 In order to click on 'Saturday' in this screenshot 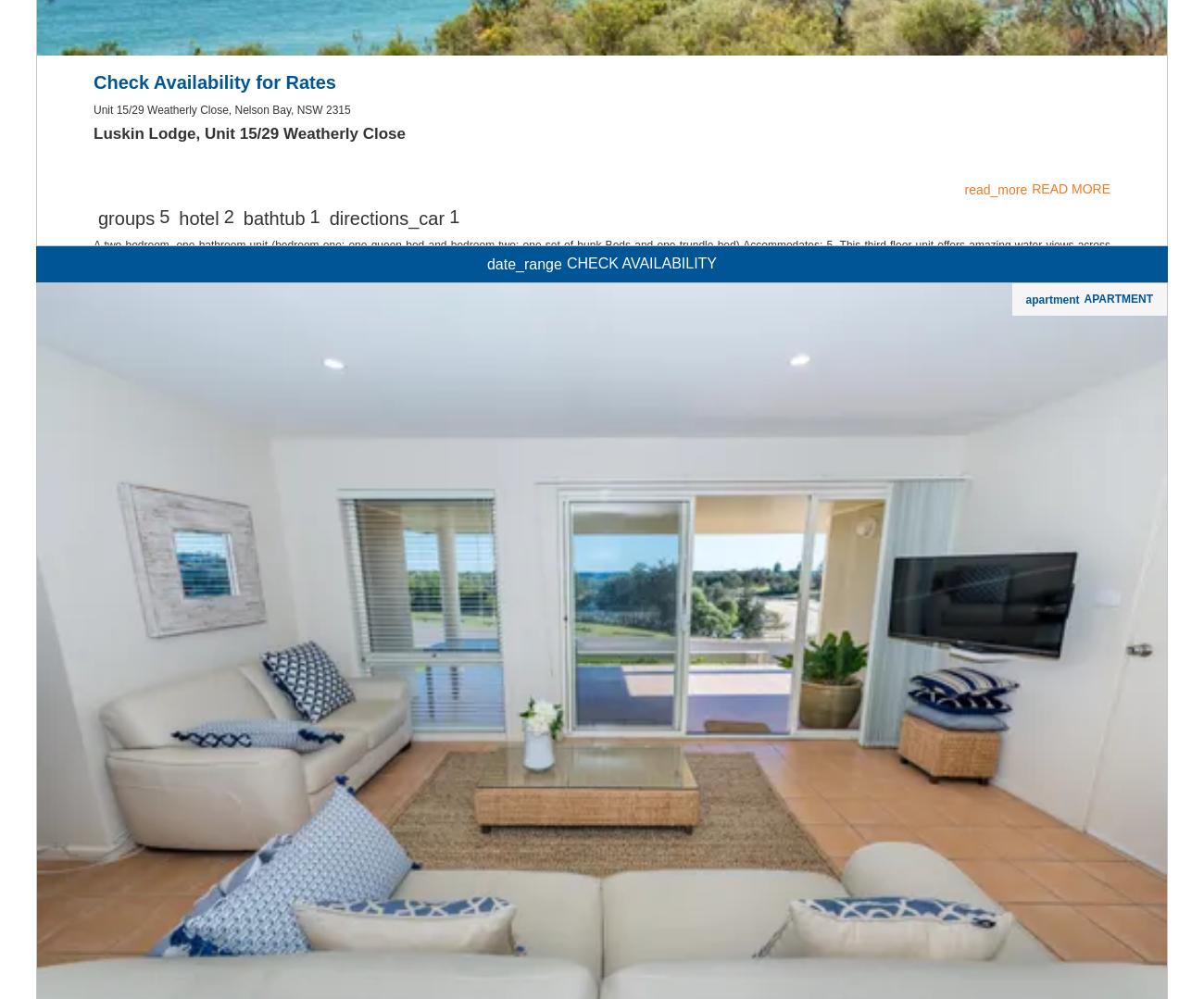, I will do `click(28, 529)`.